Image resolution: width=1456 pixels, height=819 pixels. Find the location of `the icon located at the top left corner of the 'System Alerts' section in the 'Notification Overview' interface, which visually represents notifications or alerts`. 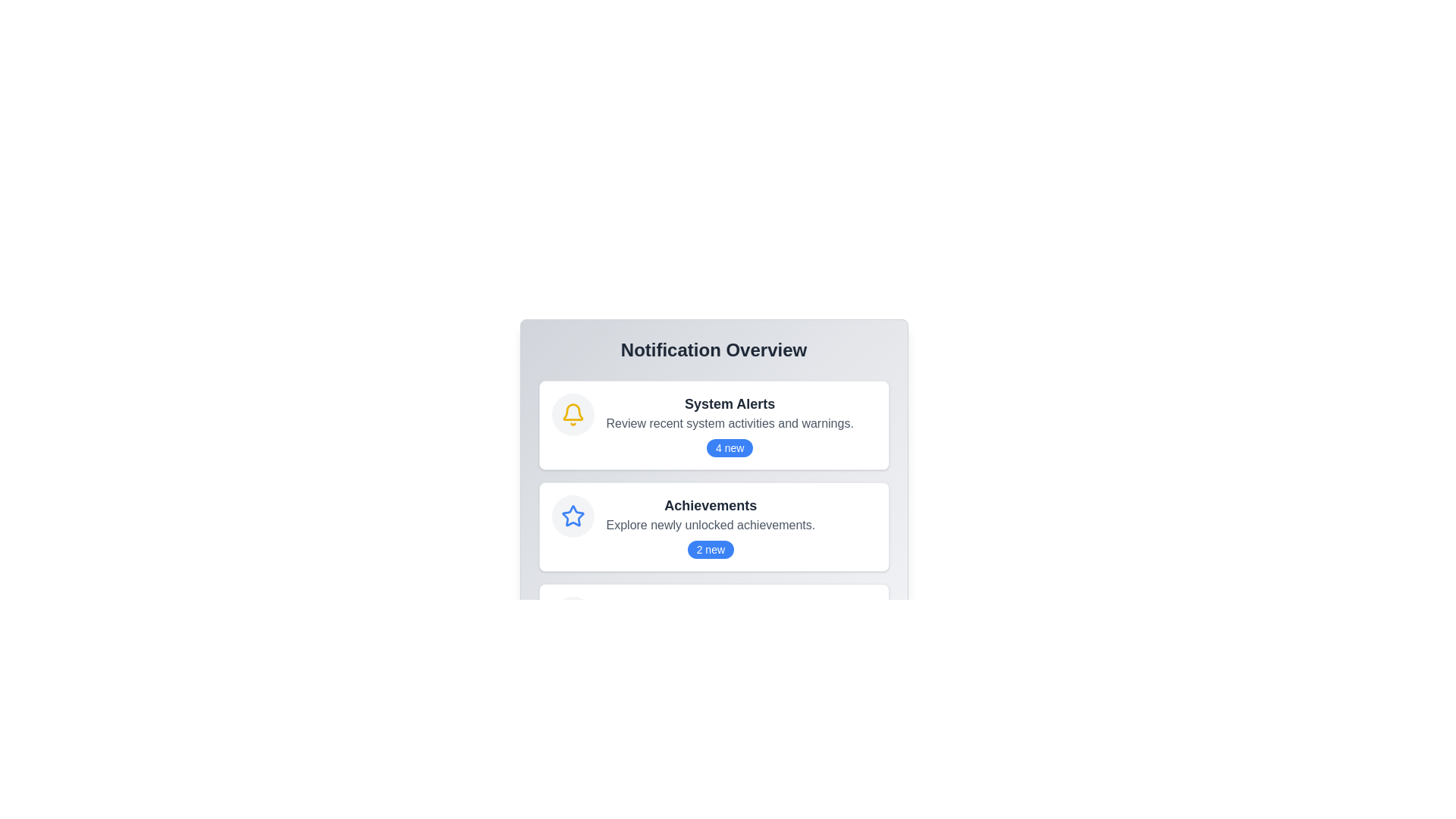

the icon located at the top left corner of the 'System Alerts' section in the 'Notification Overview' interface, which visually represents notifications or alerts is located at coordinates (572, 412).